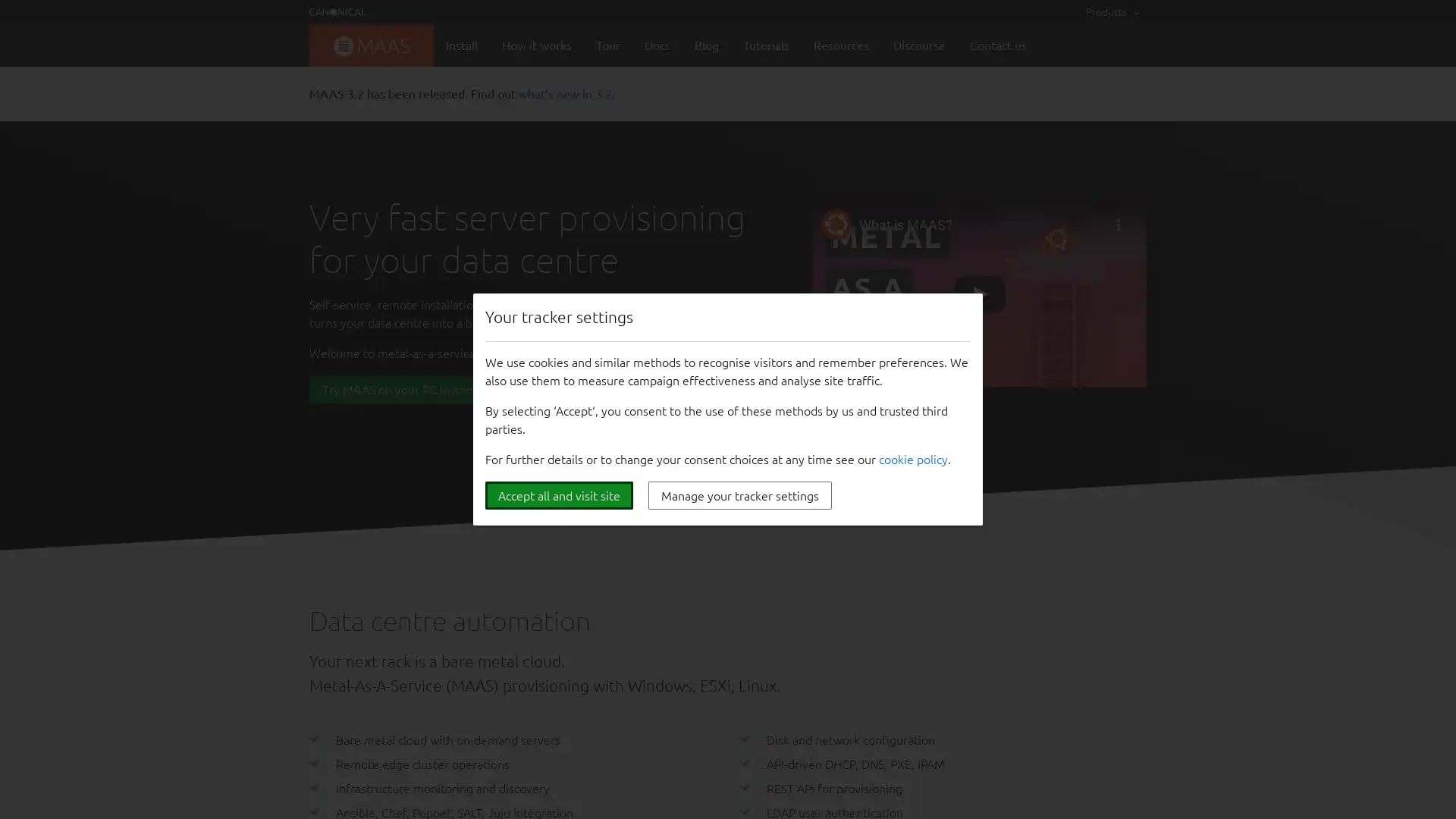  I want to click on Manage your tracker settings, so click(739, 495).